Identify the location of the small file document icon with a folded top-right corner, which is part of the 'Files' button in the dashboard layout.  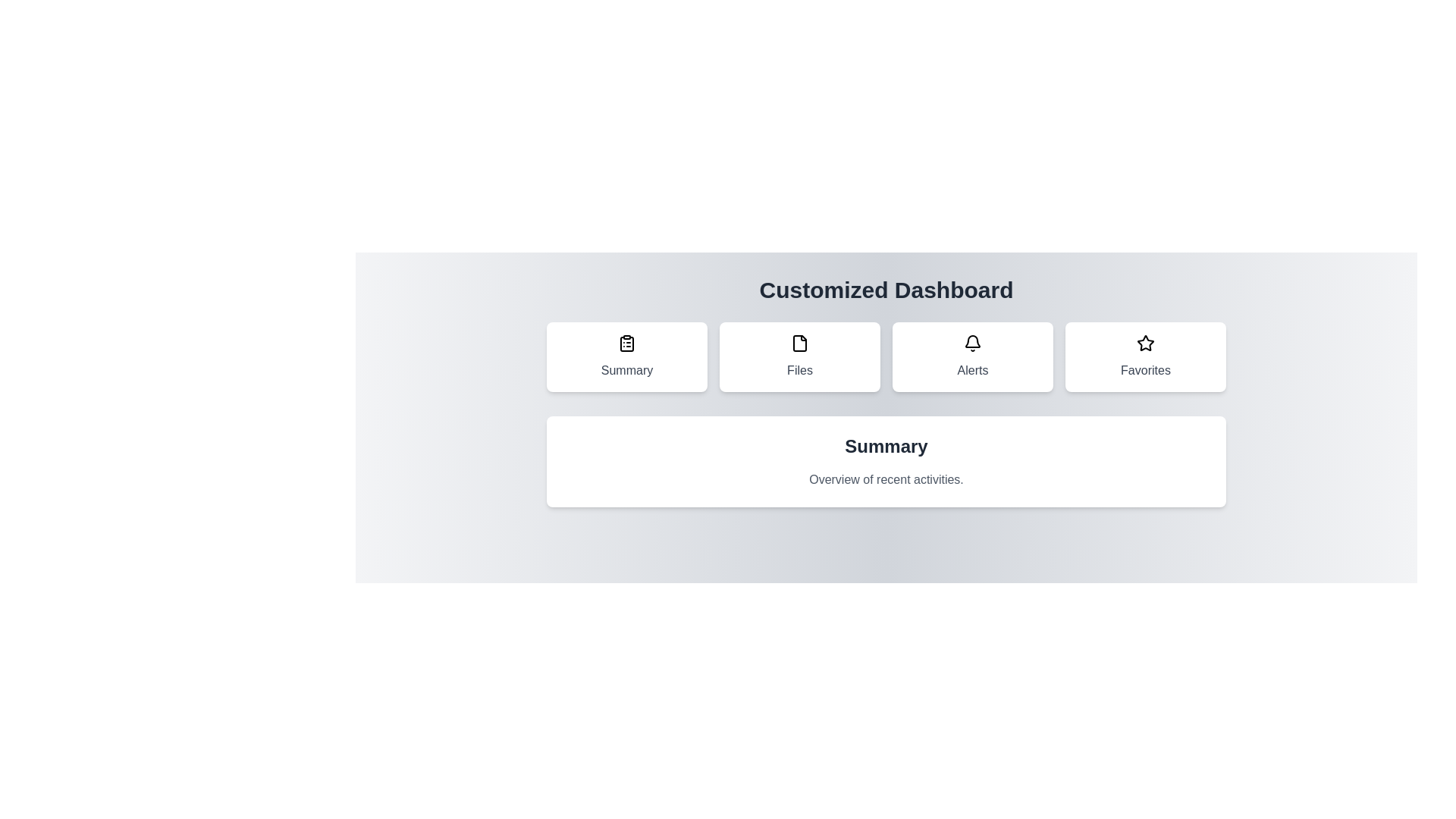
(799, 343).